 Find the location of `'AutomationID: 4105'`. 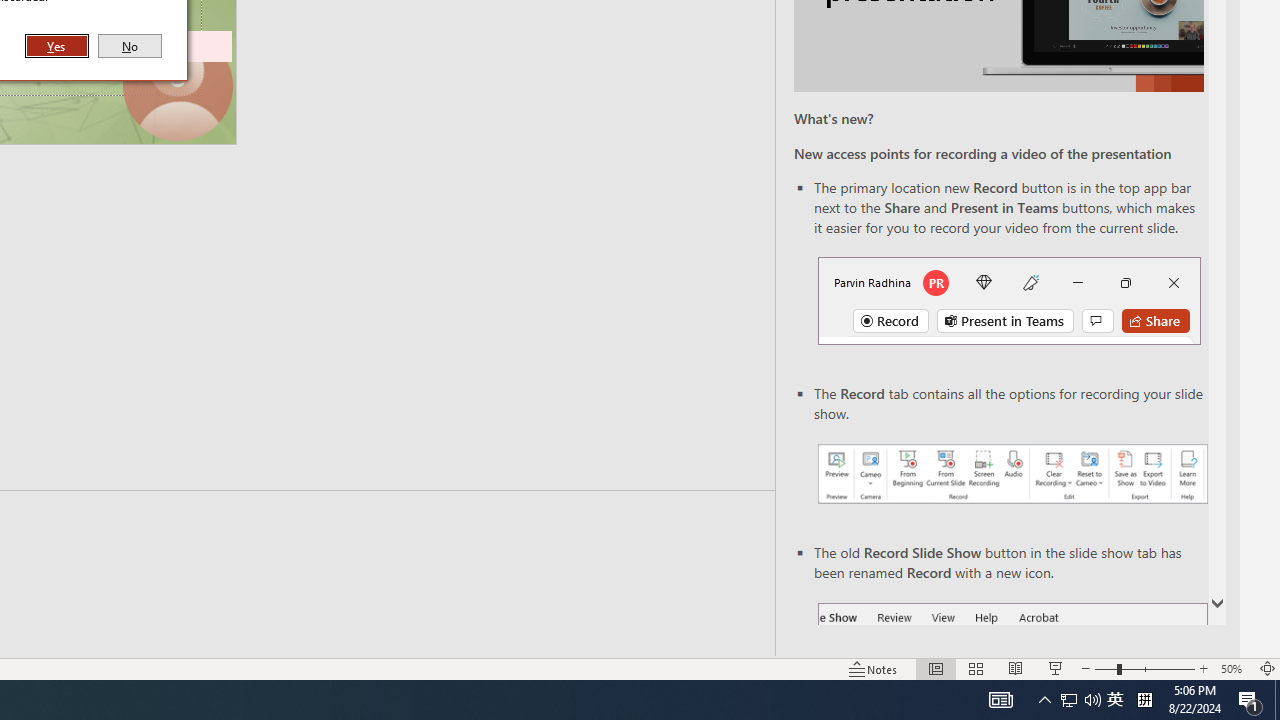

'AutomationID: 4105' is located at coordinates (1000, 698).